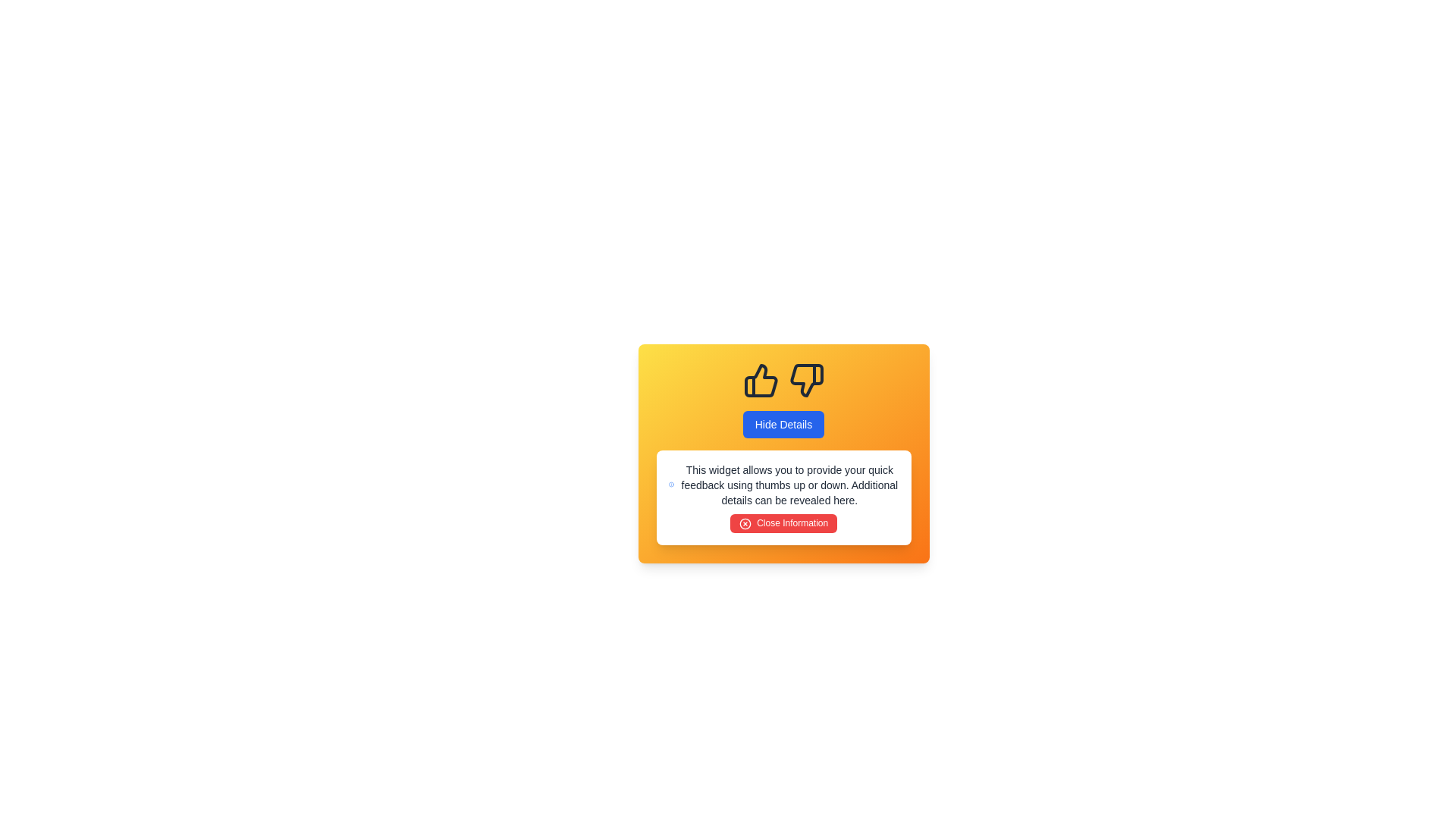  What do you see at coordinates (783, 522) in the screenshot?
I see `the red button labeled 'Close Information' with a white 'X' icon` at bounding box center [783, 522].